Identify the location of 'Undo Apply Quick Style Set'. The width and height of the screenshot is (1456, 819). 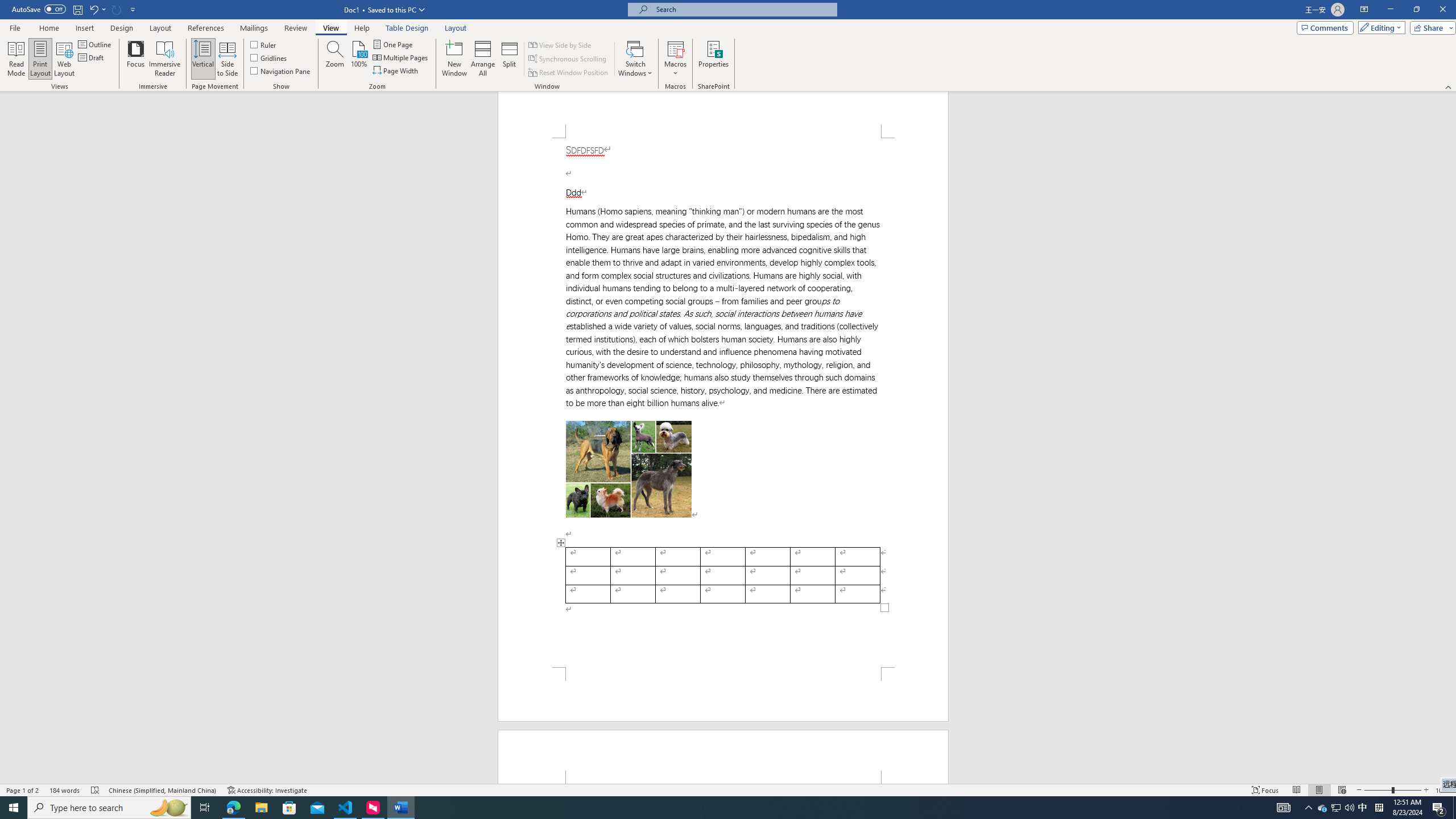
(97, 9).